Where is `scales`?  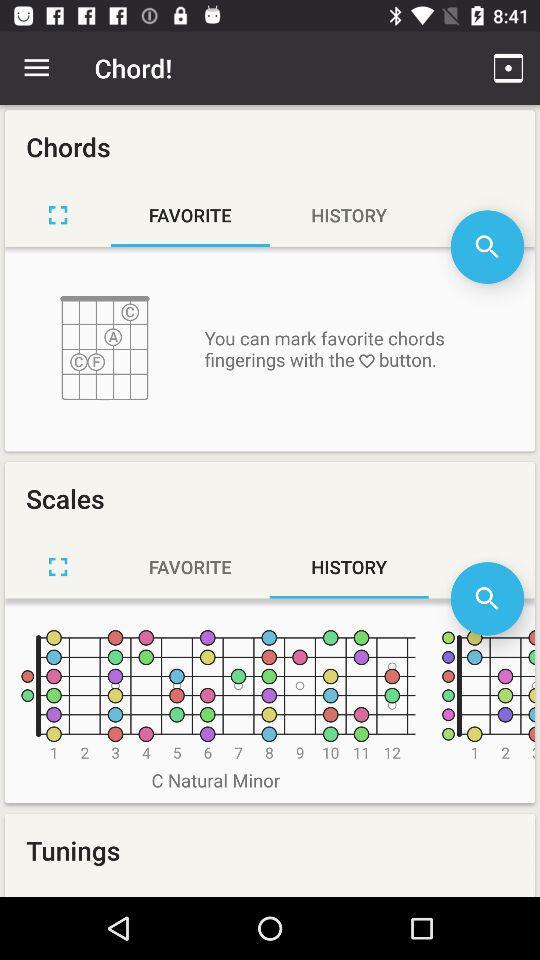 scales is located at coordinates (58, 566).